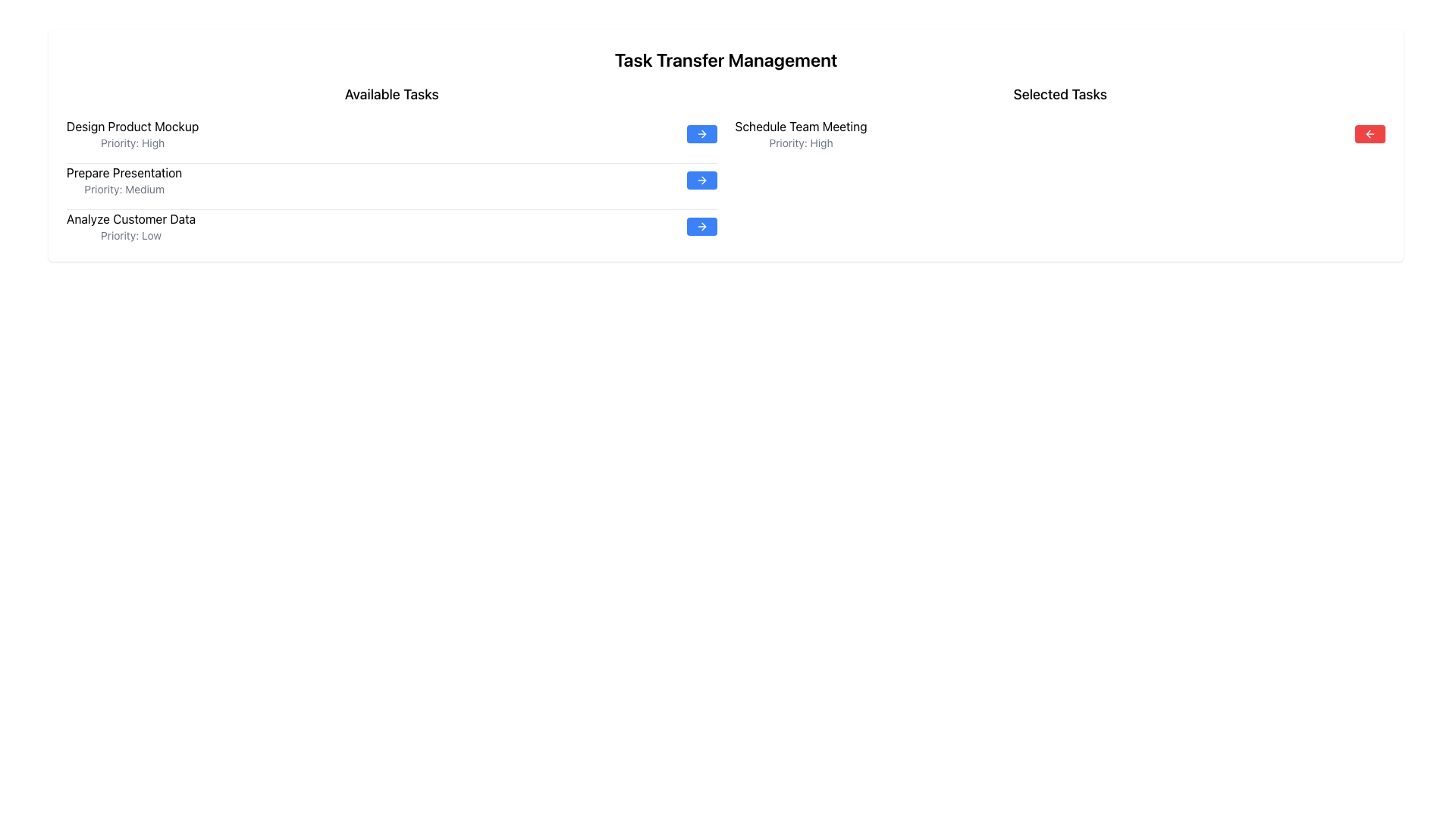  What do you see at coordinates (124, 180) in the screenshot?
I see `details of the task represented by the text block containing 'Prepare Presentation' and 'Priority: Medium' in the 'Available Tasks' section` at bounding box center [124, 180].